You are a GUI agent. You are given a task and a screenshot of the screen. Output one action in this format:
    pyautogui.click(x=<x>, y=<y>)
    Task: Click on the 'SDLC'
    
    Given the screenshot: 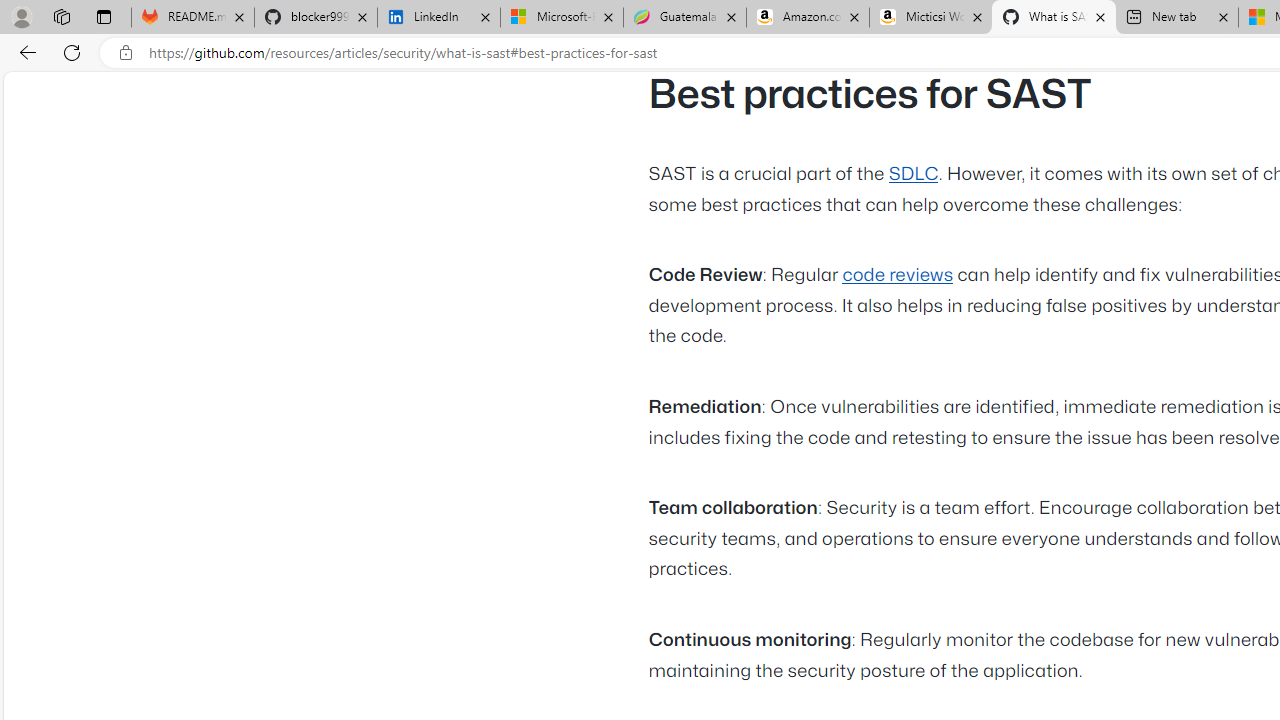 What is the action you would take?
    pyautogui.click(x=912, y=173)
    